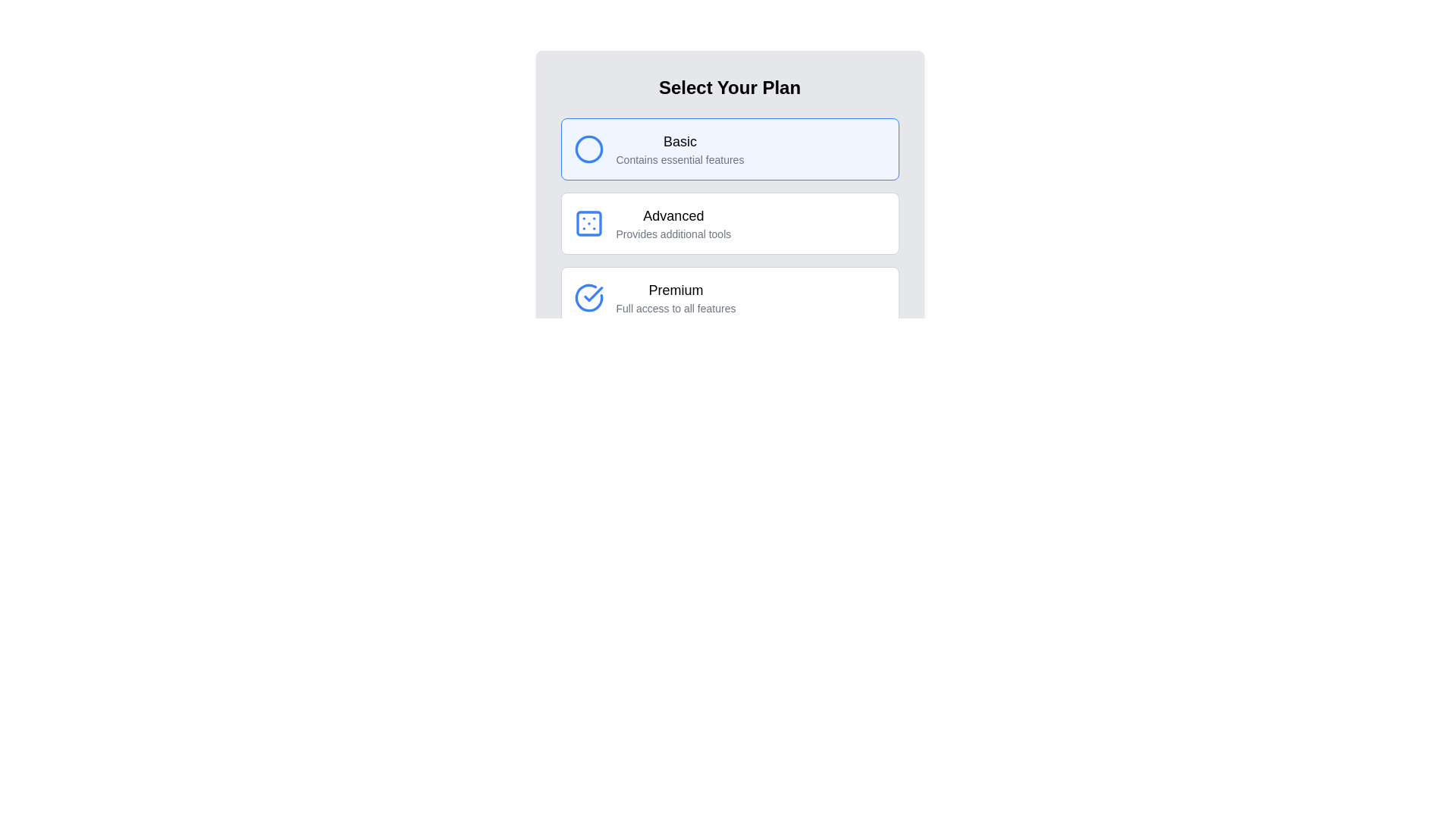  What do you see at coordinates (673, 216) in the screenshot?
I see `text displayed in the second option of the vertically stacked plan choices, located above the subtitle 'Provides additional tools' and next to the plan type icon` at bounding box center [673, 216].